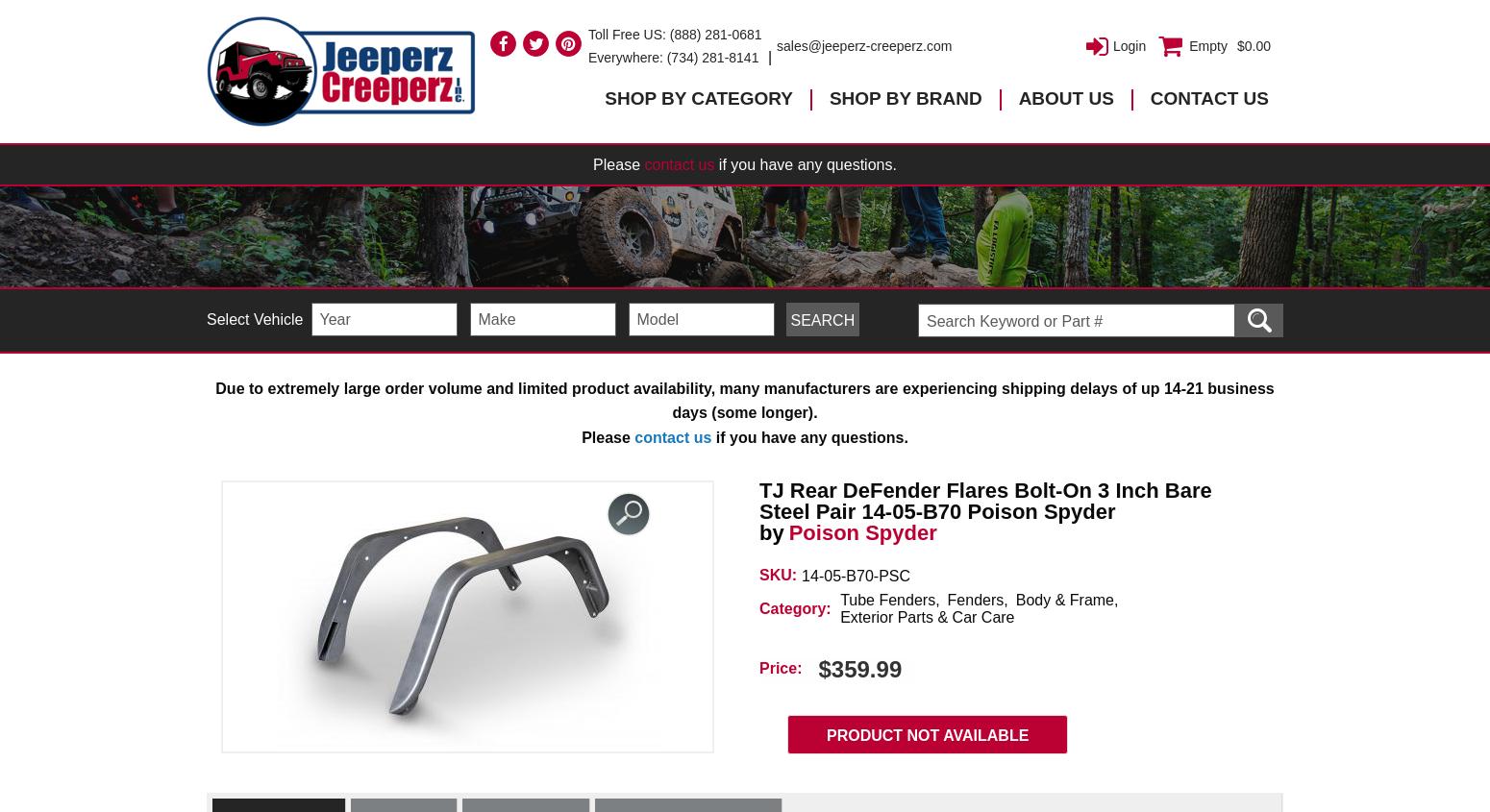 This screenshot has height=812, width=1490. Describe the element at coordinates (975, 600) in the screenshot. I see `'Fenders'` at that location.